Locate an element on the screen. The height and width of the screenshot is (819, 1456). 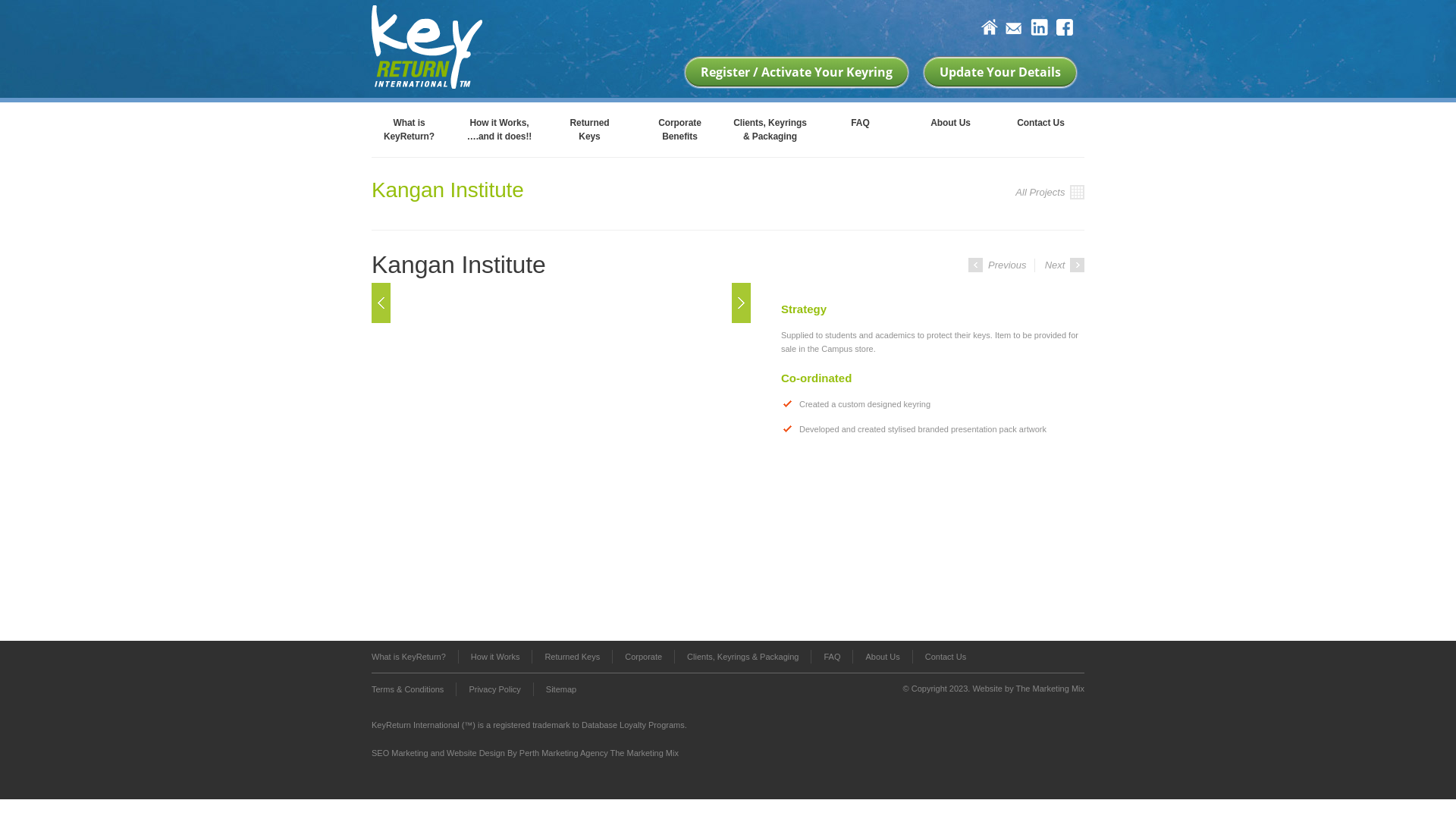
'Update Your Details' is located at coordinates (1000, 72).